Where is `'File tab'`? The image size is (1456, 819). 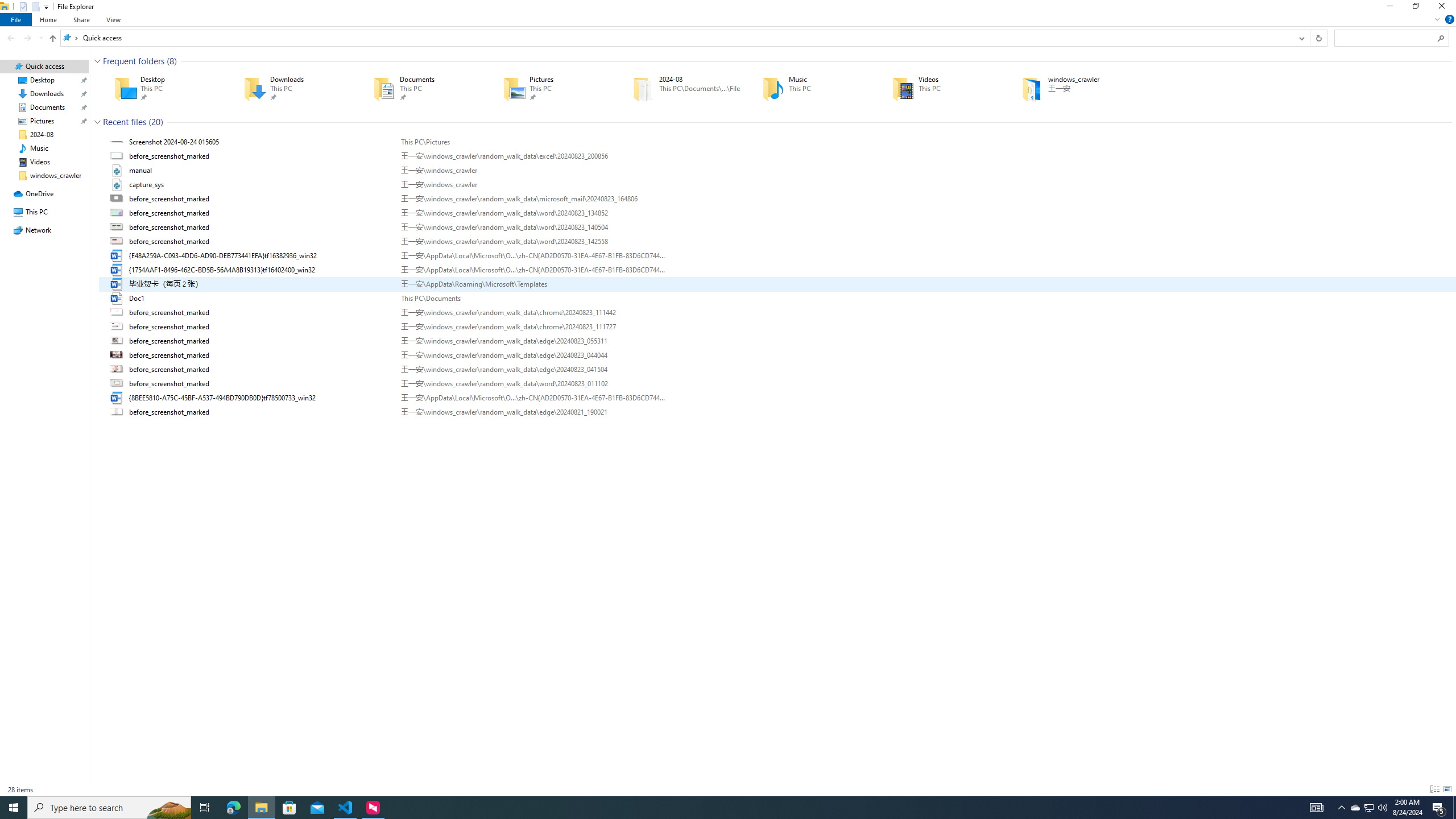
'File tab' is located at coordinates (16, 19).